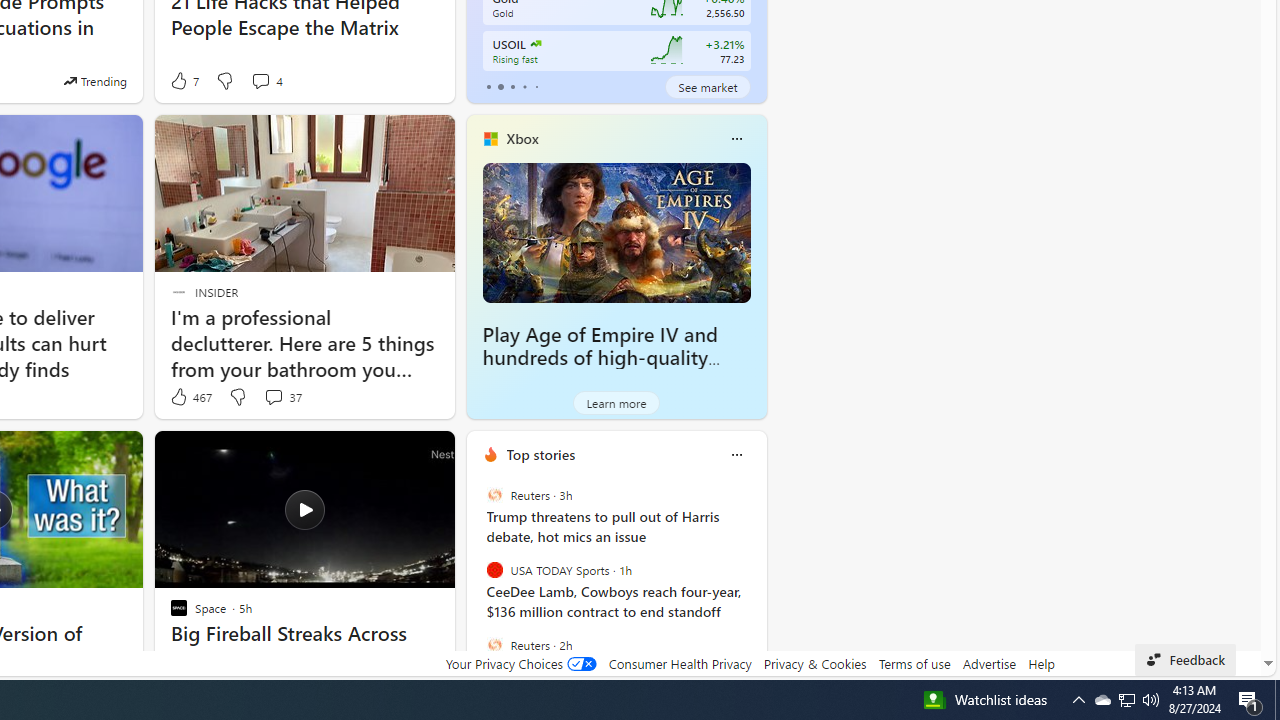 Image resolution: width=1280 pixels, height=720 pixels. Describe the element at coordinates (1040, 663) in the screenshot. I see `'Help'` at that location.